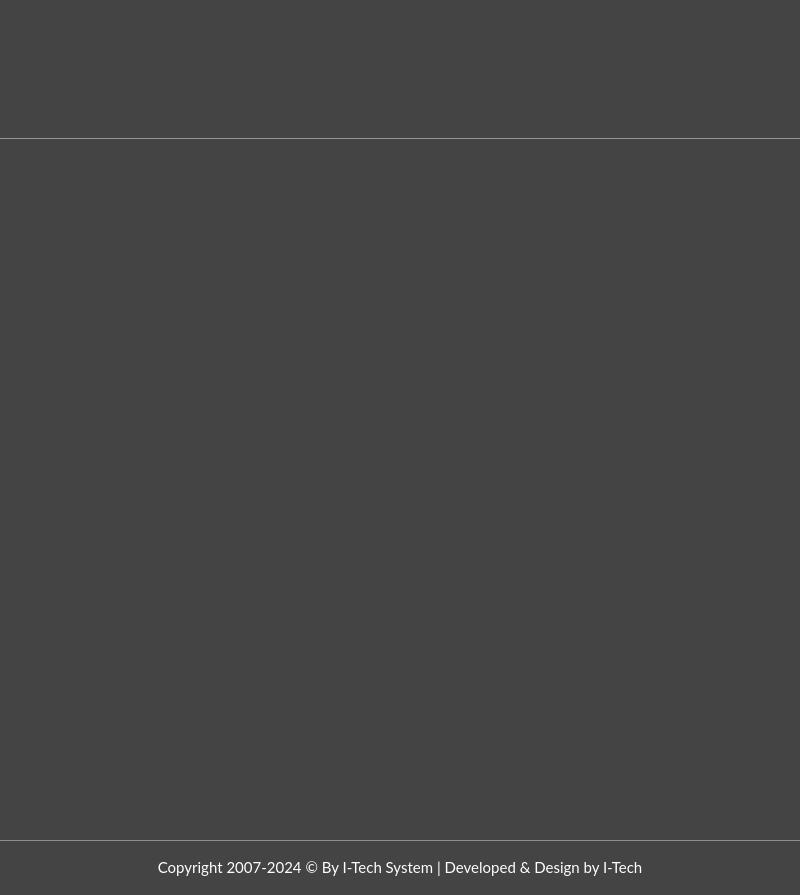  Describe the element at coordinates (39, 121) in the screenshot. I see `'Beside Westside Mall, Yeolekar Mala,'` at that location.